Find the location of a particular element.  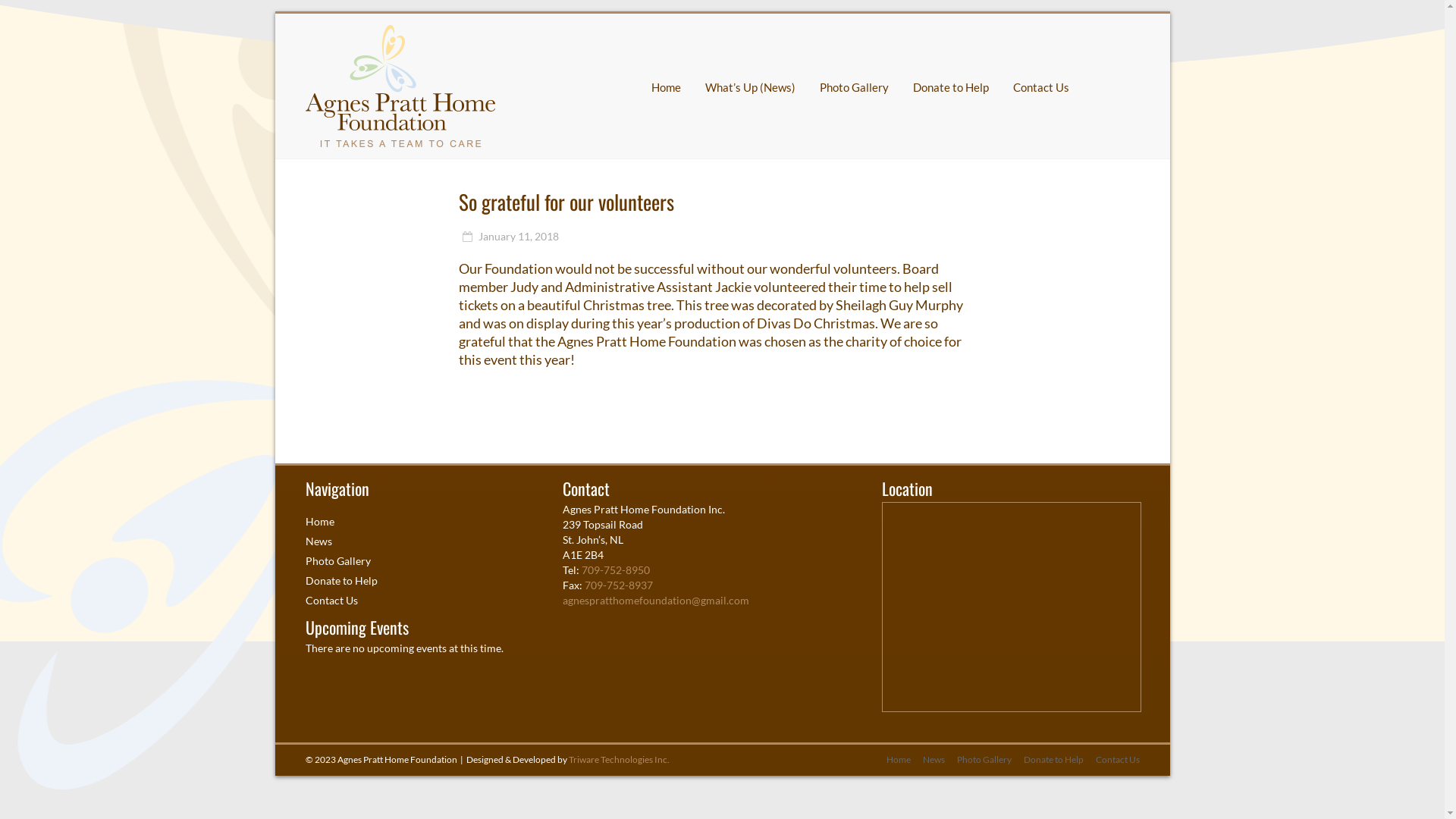

'Contact Us' is located at coordinates (330, 599).